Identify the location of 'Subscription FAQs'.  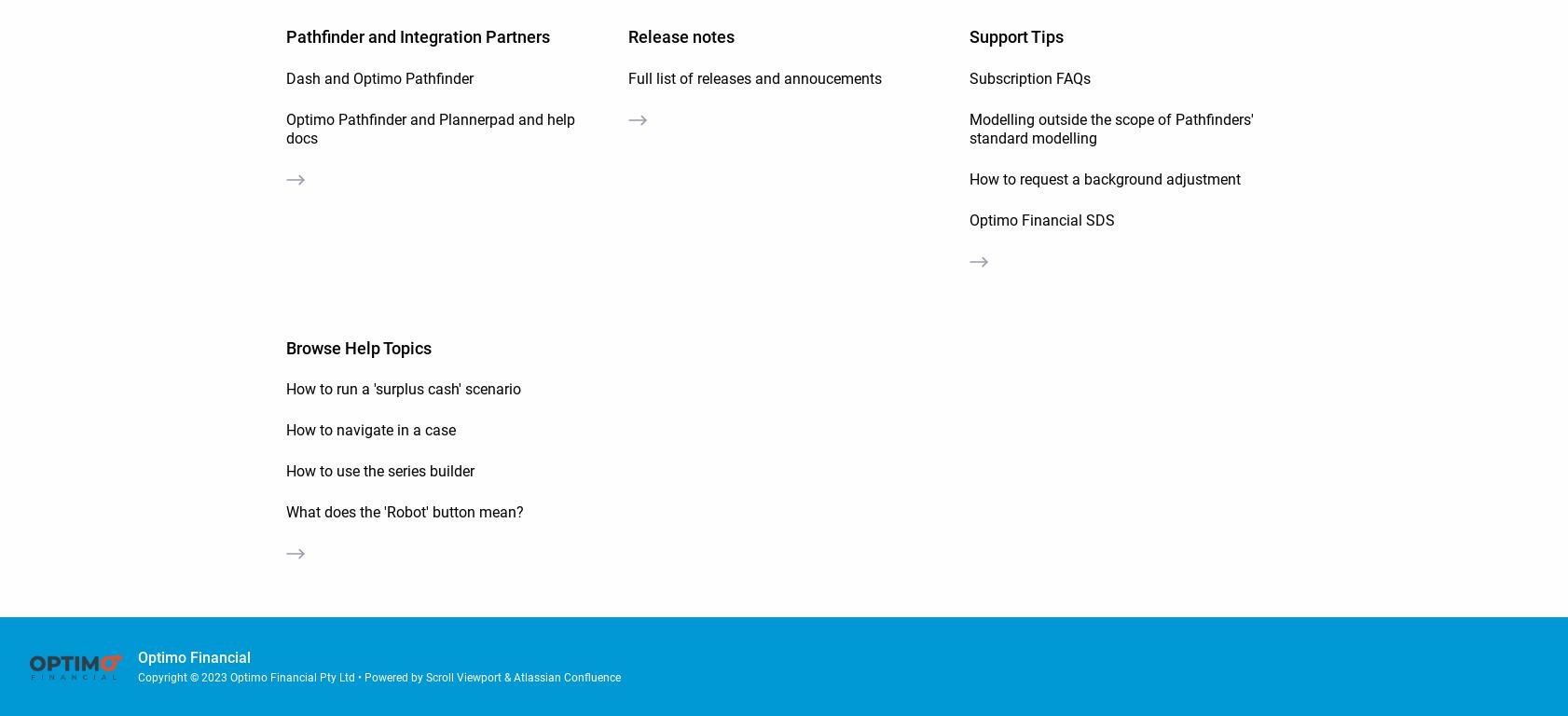
(1029, 76).